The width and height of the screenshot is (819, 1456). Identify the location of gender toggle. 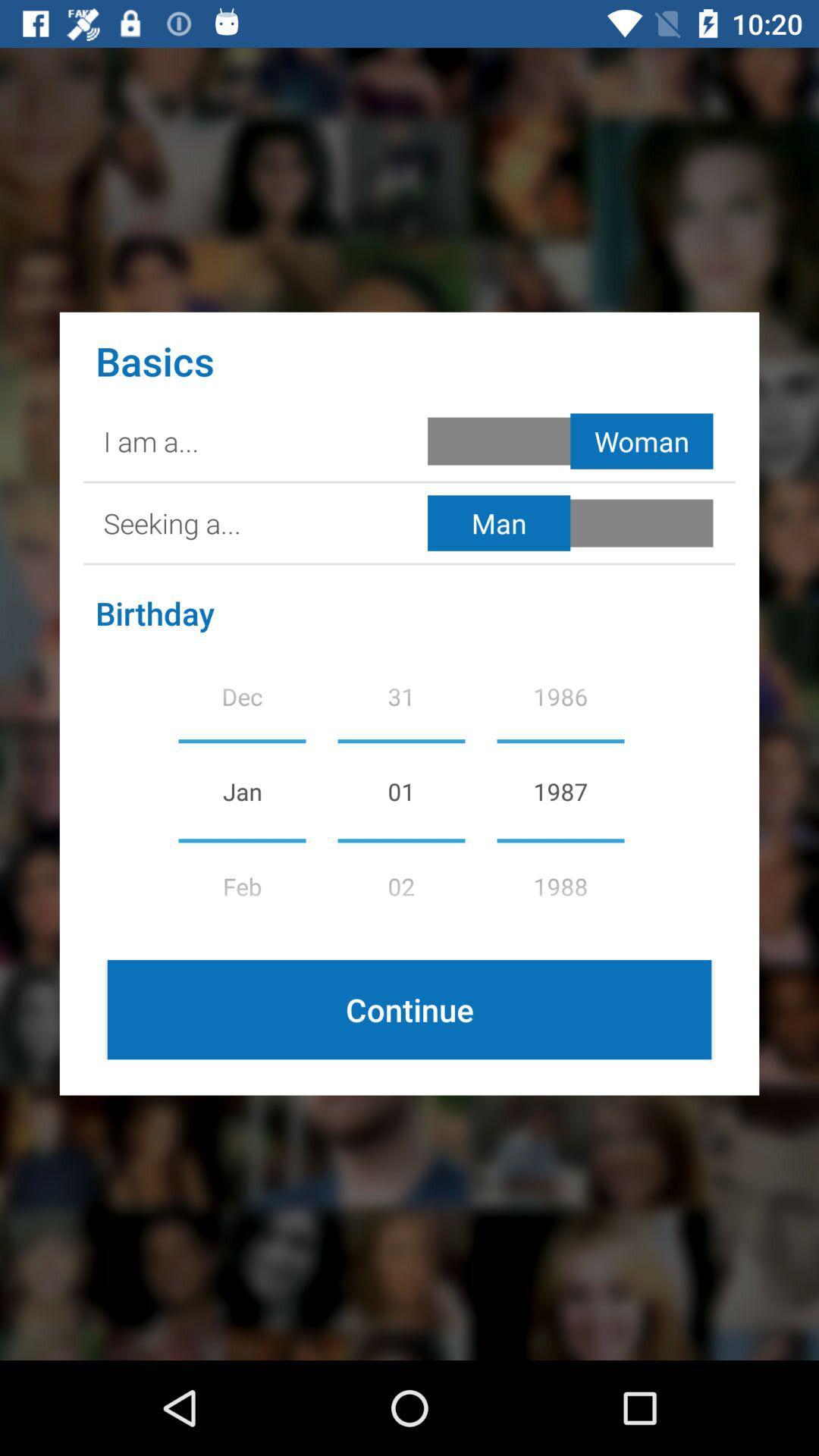
(573, 523).